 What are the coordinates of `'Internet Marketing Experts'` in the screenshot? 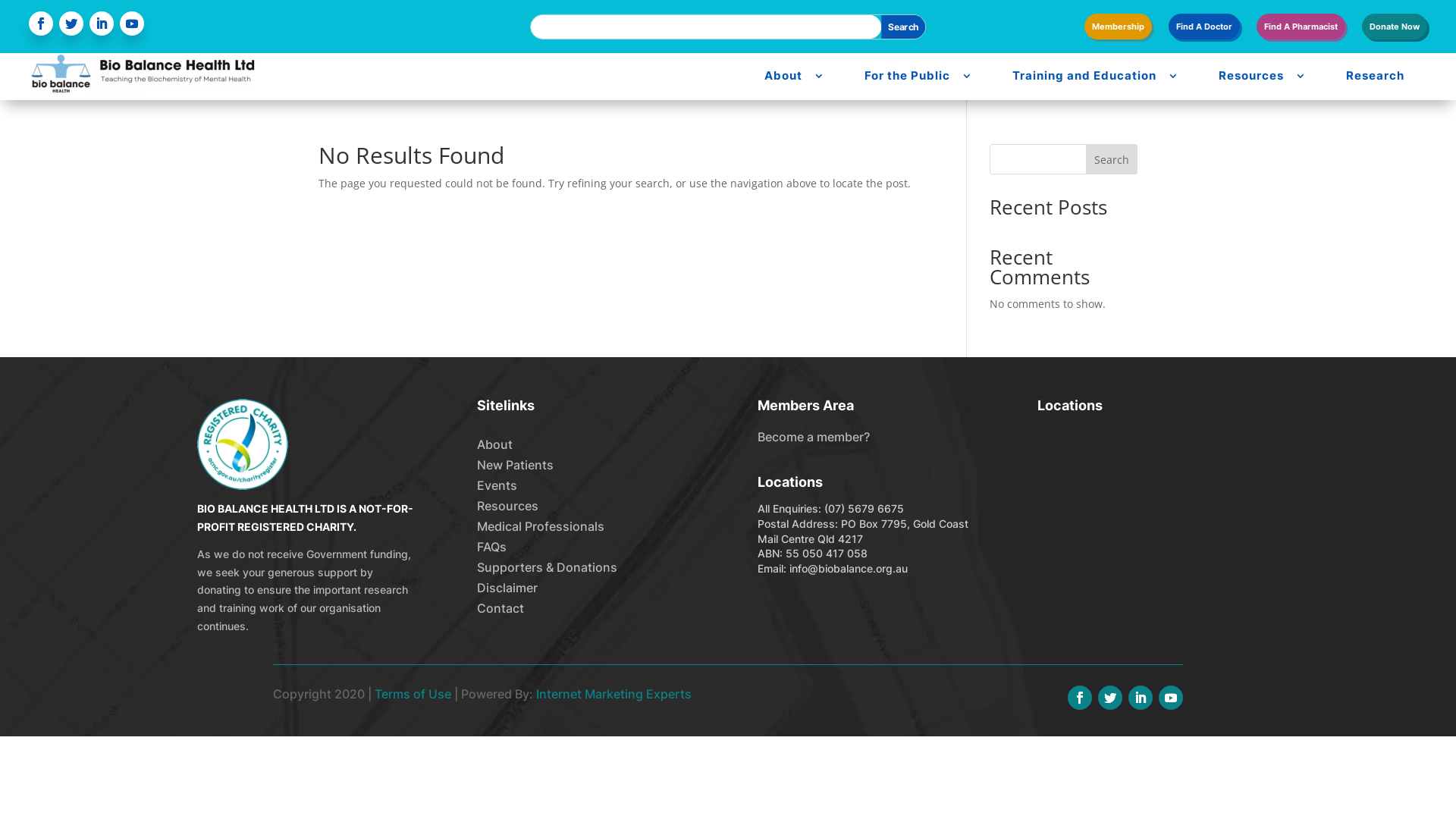 It's located at (613, 693).